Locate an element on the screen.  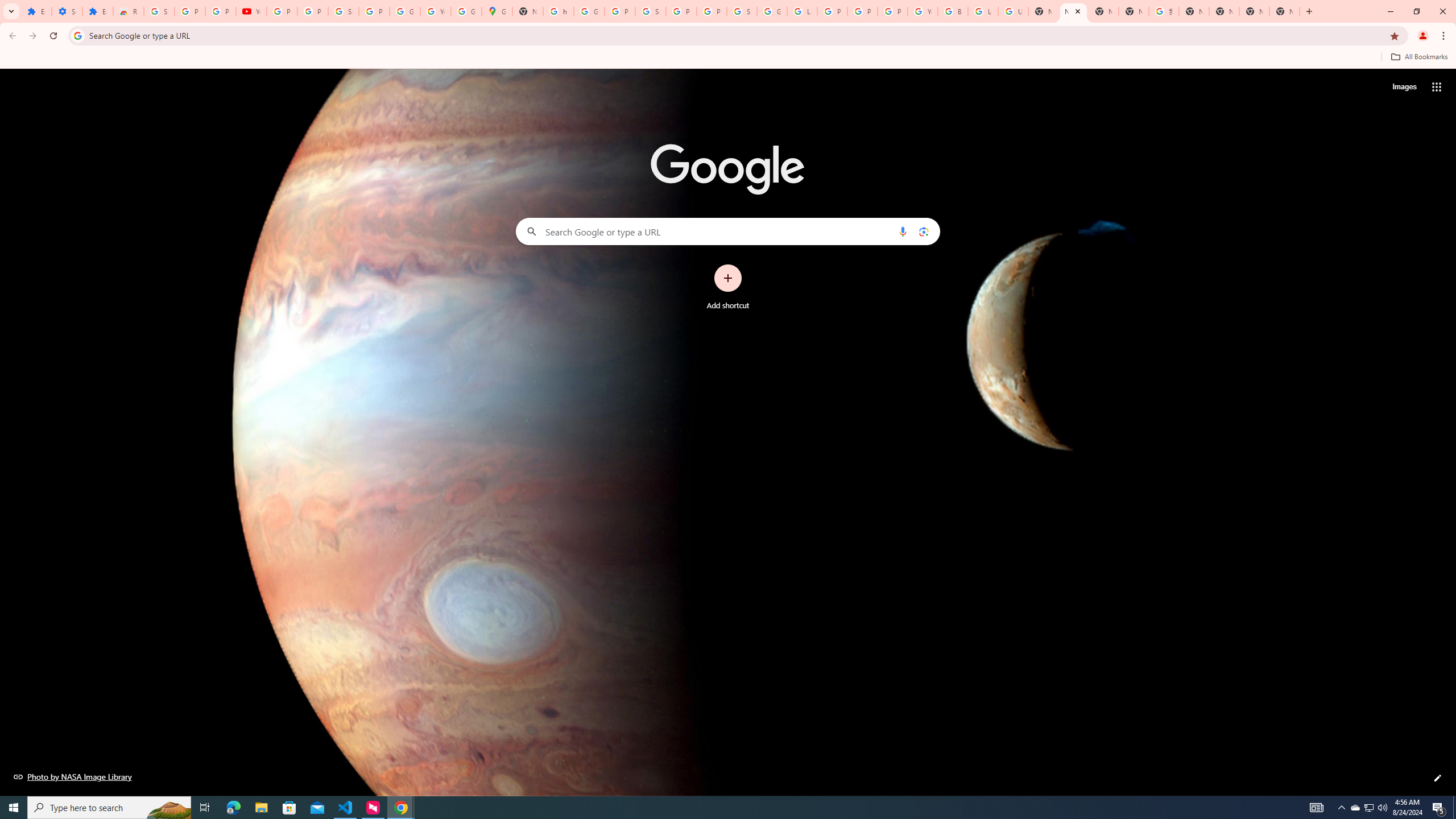
'Chrome' is located at coordinates (1444, 35).